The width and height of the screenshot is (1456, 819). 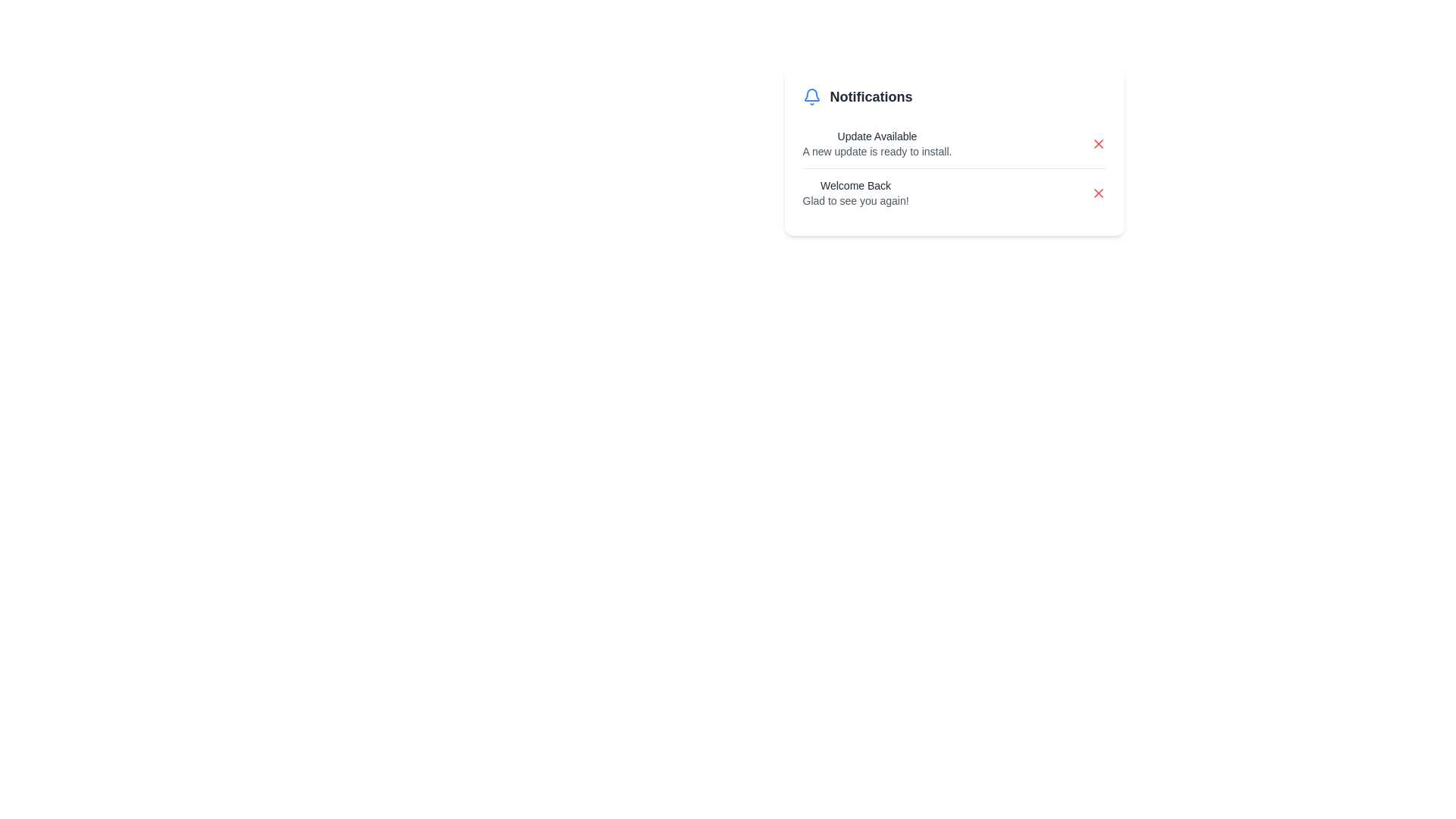 What do you see at coordinates (811, 96) in the screenshot?
I see `the notification bell icon located to the left of the 'Notifications' label` at bounding box center [811, 96].